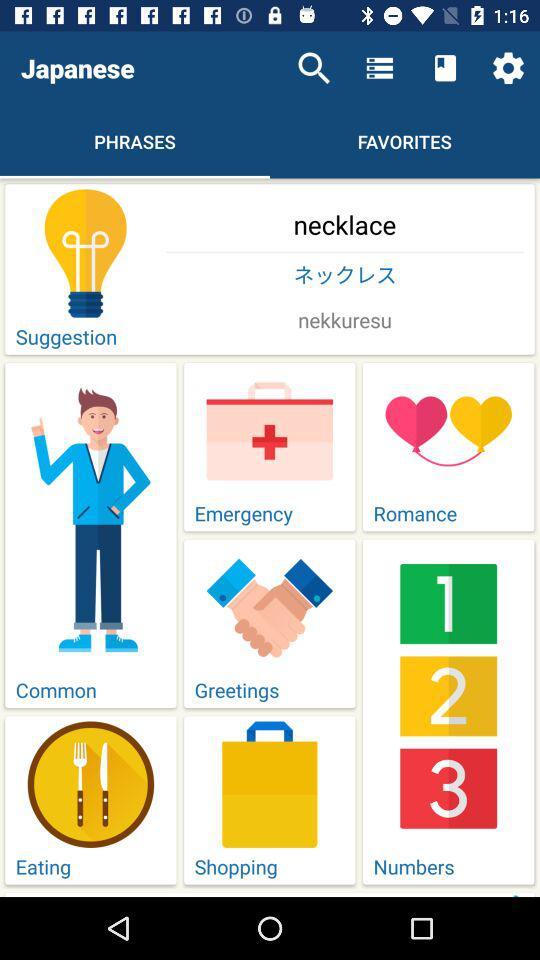  What do you see at coordinates (270, 447) in the screenshot?
I see `emergeny icon above greetings` at bounding box center [270, 447].